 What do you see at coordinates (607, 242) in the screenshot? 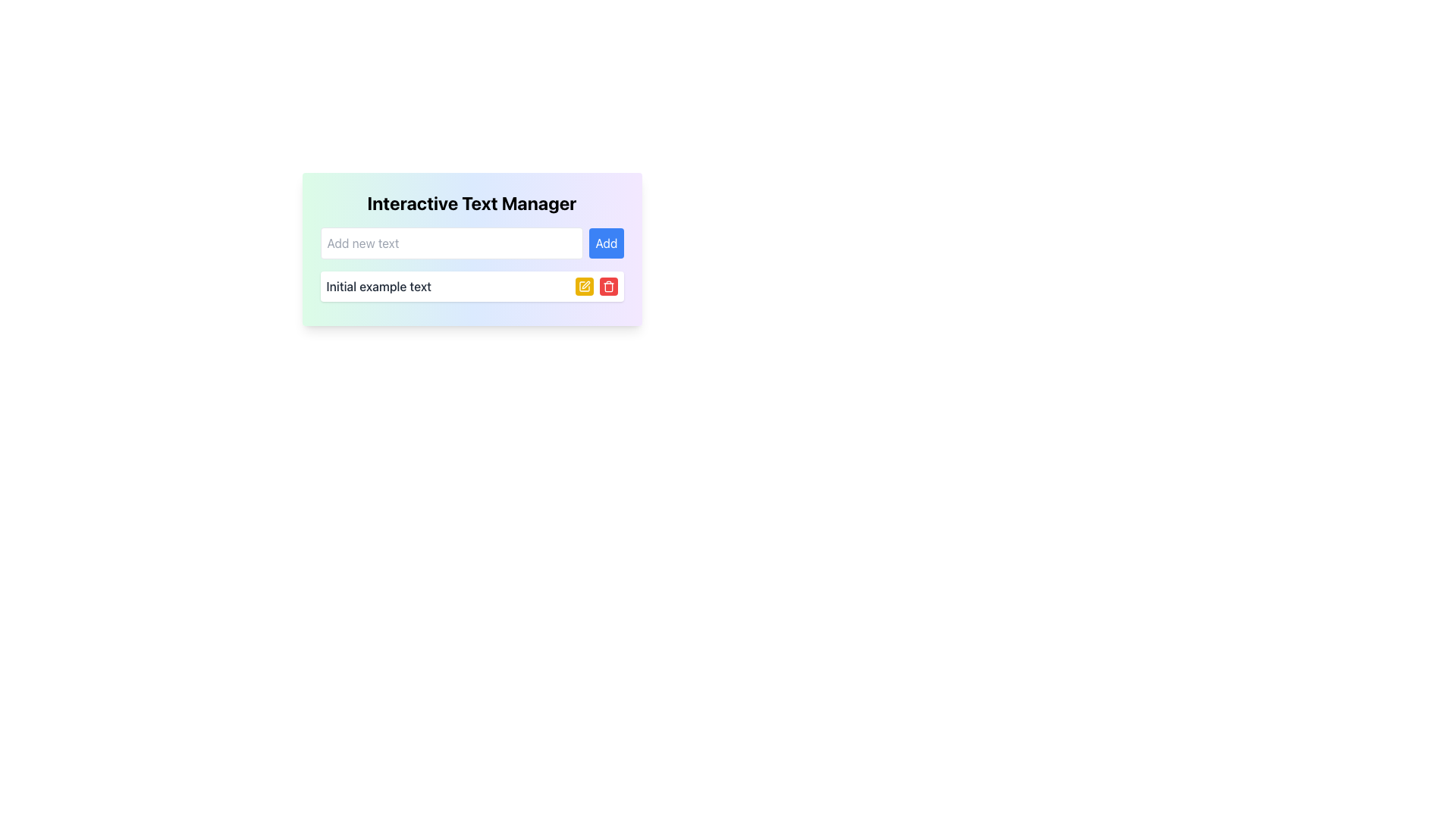
I see `the blue 'Add' button with rounded corners to observe the UI feedback` at bounding box center [607, 242].